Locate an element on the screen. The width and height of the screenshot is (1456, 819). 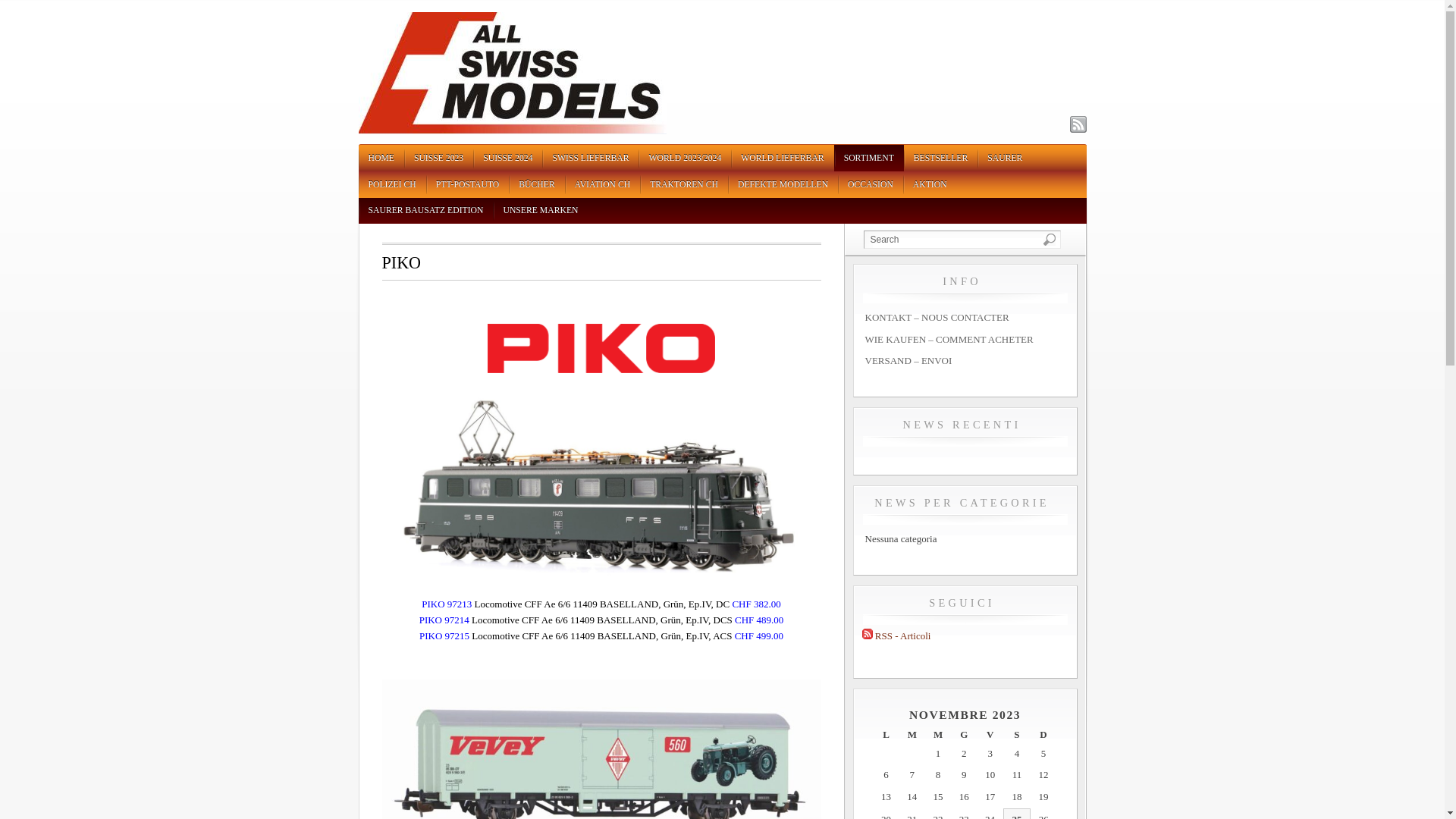
'SAURER BAUSATZ EDITION' is located at coordinates (356, 210).